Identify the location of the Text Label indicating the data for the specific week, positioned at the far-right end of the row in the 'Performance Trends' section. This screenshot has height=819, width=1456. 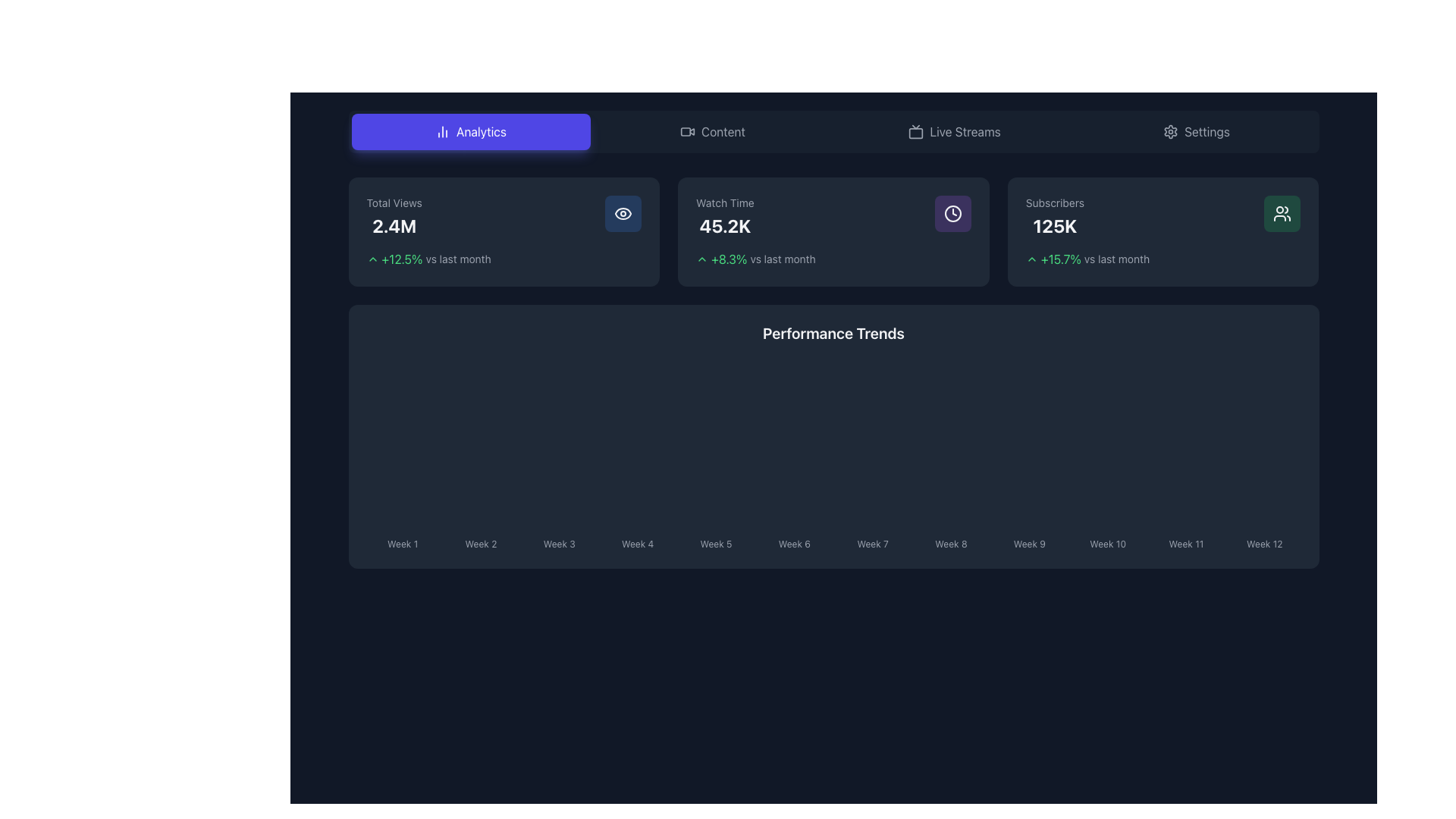
(1264, 543).